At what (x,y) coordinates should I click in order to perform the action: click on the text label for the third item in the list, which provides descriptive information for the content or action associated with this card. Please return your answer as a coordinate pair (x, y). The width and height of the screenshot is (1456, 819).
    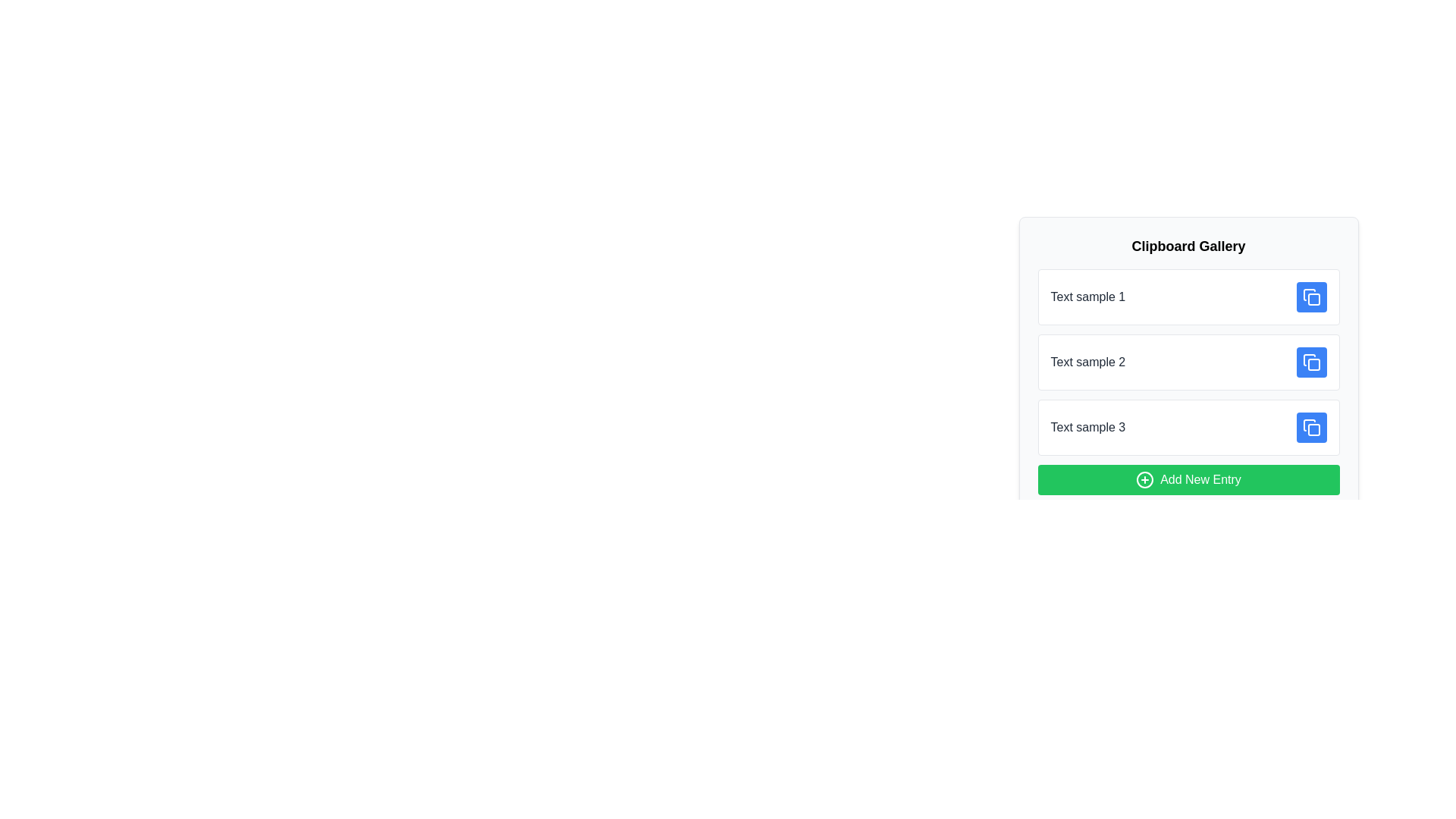
    Looking at the image, I should click on (1087, 427).